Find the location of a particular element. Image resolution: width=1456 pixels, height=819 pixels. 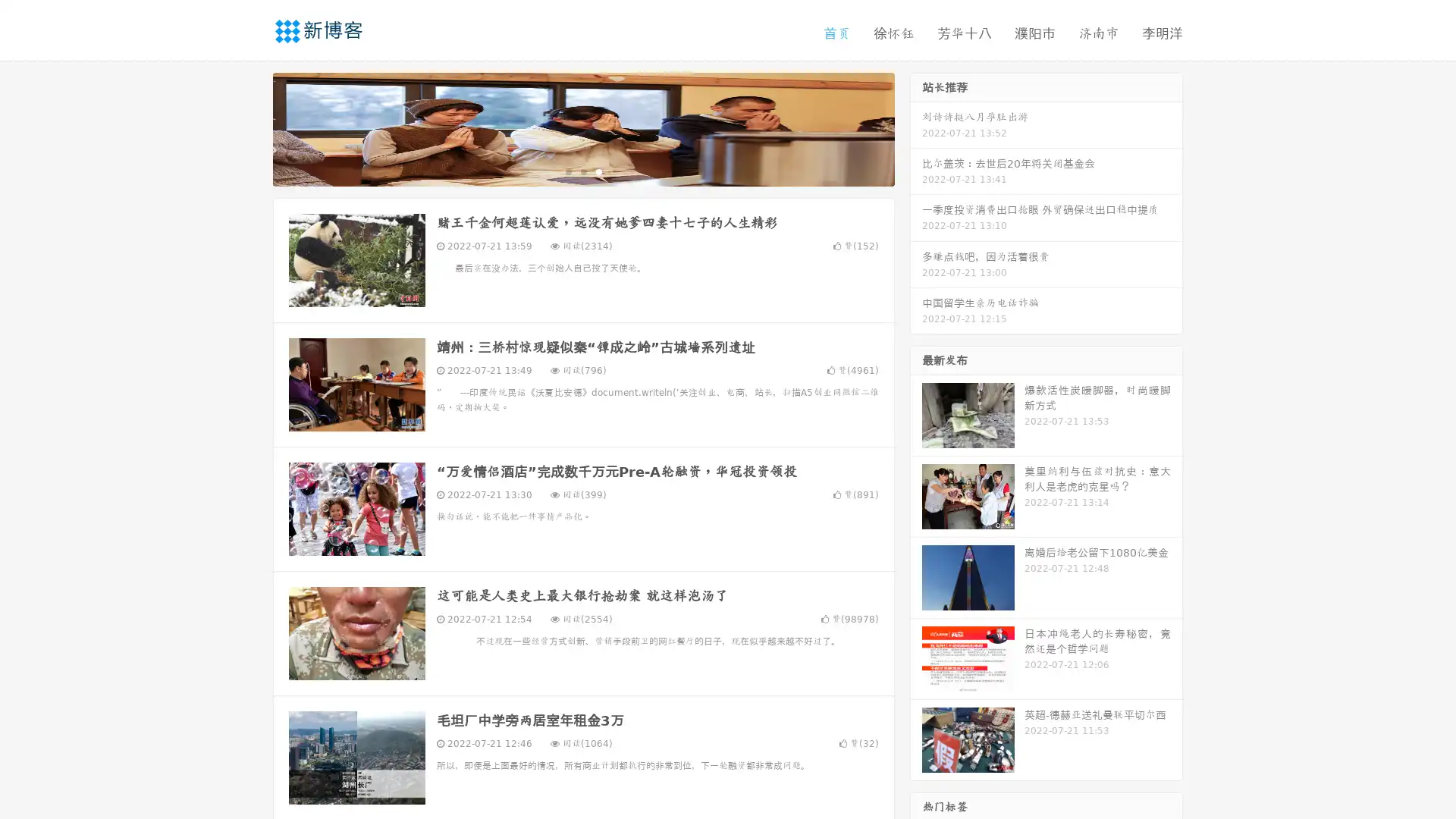

Go to slide 3 is located at coordinates (598, 171).